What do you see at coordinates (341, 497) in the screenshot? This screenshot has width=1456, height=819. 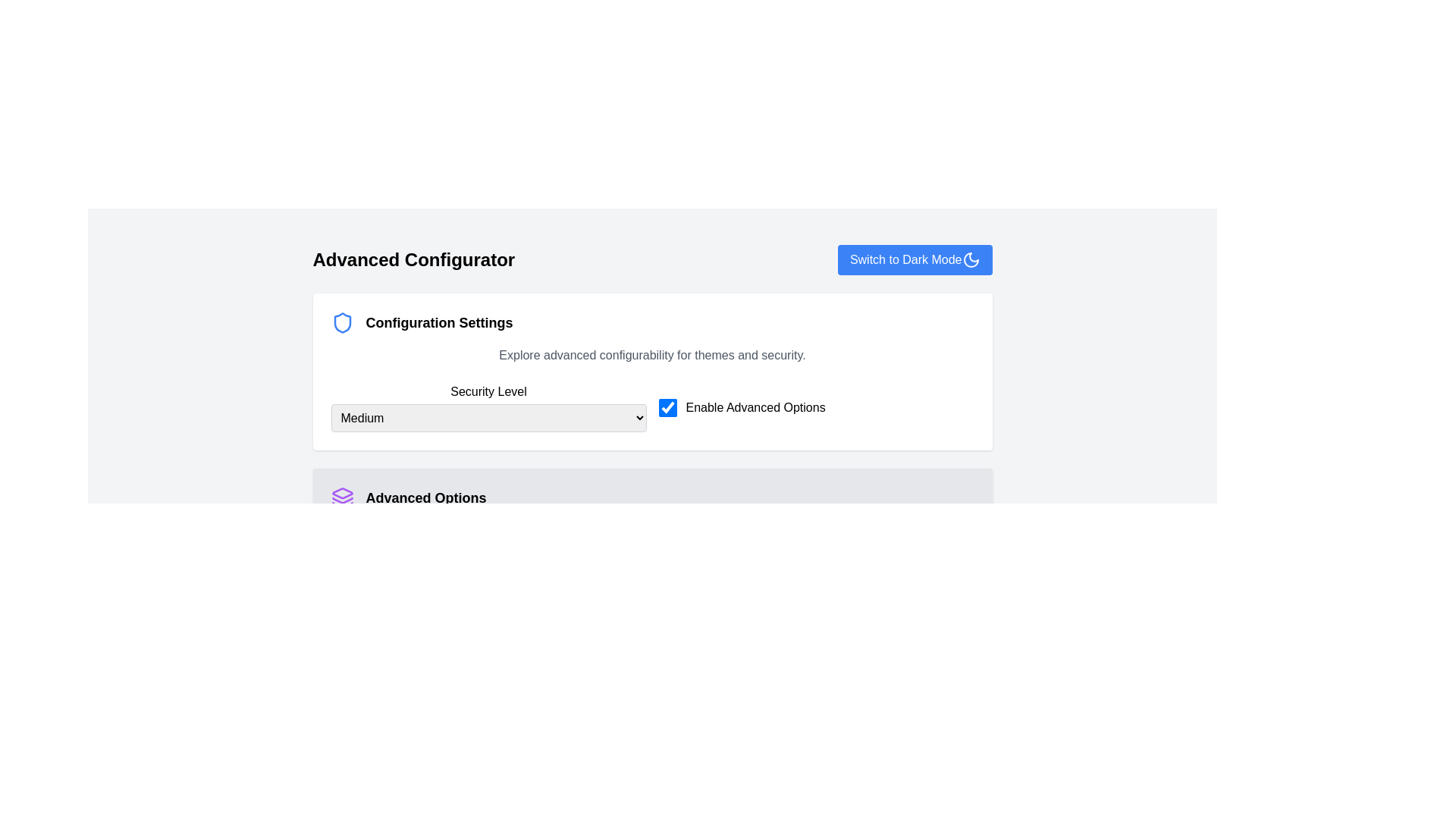 I see `the purple icon representing stacked layers in the 'Advanced Options' section, which is the first visual item from the left` at bounding box center [341, 497].